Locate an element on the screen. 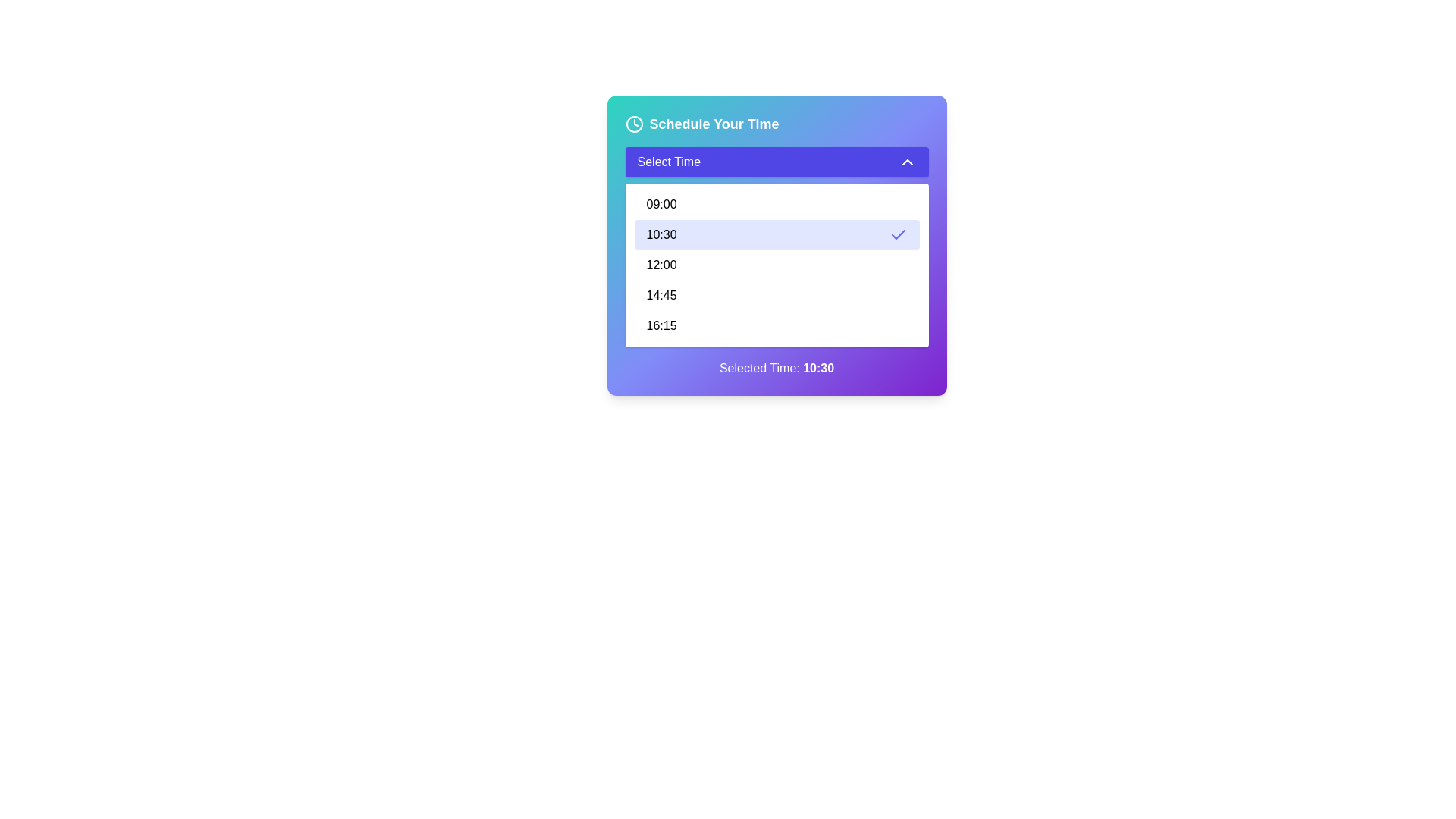  the text label that serves as the header for the section below, located near the top center of the interface and aligned with a clock icon to its left is located at coordinates (713, 124).